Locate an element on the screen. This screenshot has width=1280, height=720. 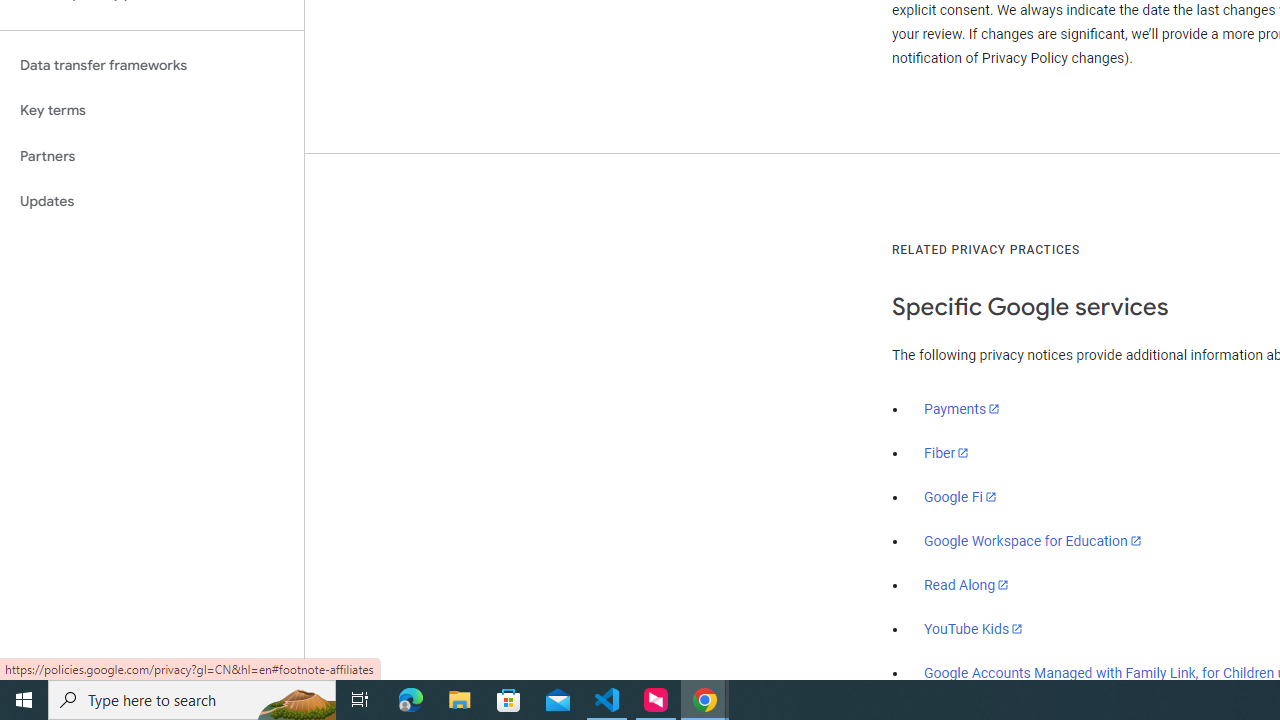
'Partners' is located at coordinates (151, 155).